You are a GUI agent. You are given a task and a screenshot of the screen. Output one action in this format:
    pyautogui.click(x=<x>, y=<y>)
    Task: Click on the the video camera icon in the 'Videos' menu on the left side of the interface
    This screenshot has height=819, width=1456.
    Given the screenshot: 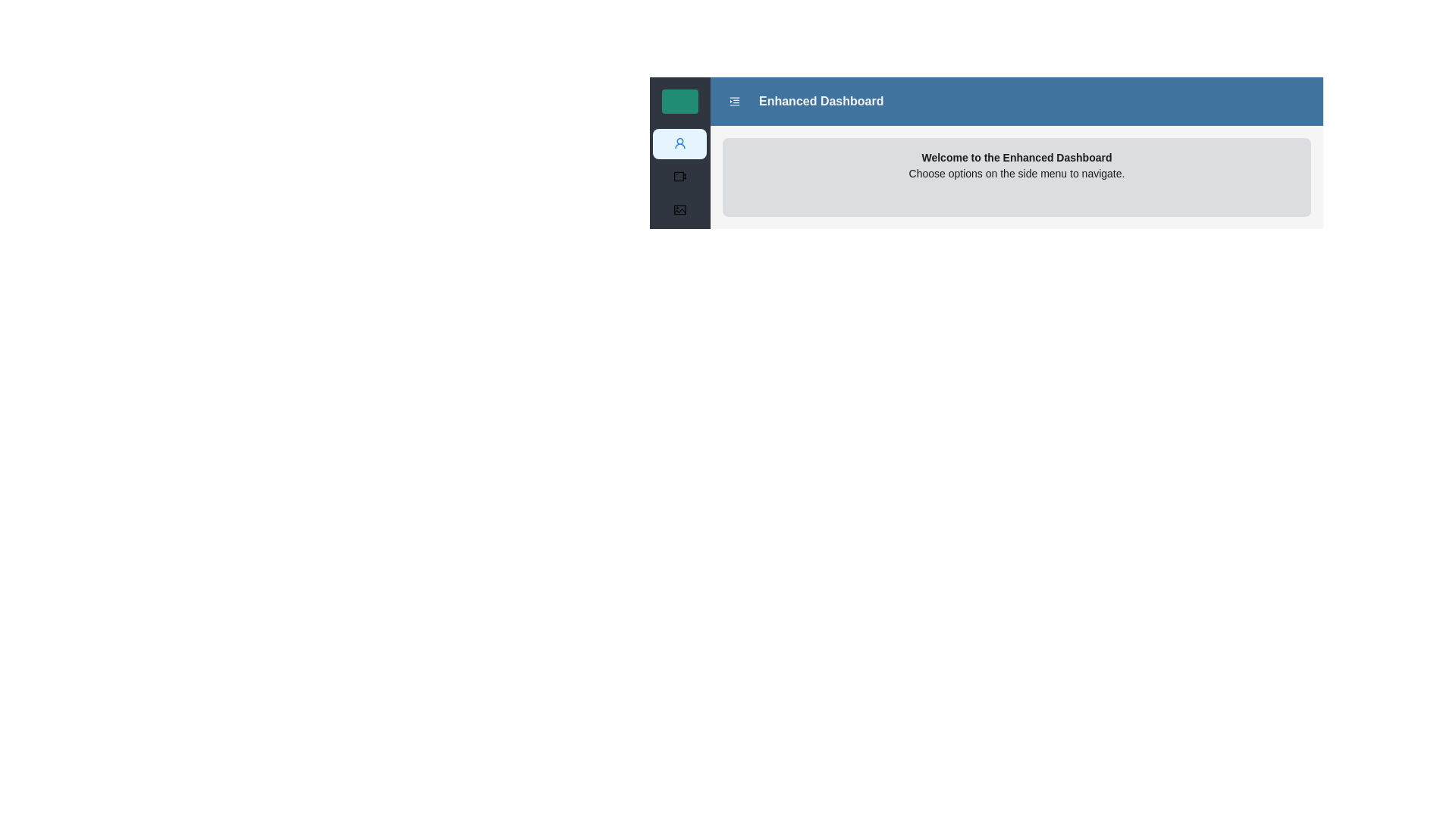 What is the action you would take?
    pyautogui.click(x=679, y=175)
    